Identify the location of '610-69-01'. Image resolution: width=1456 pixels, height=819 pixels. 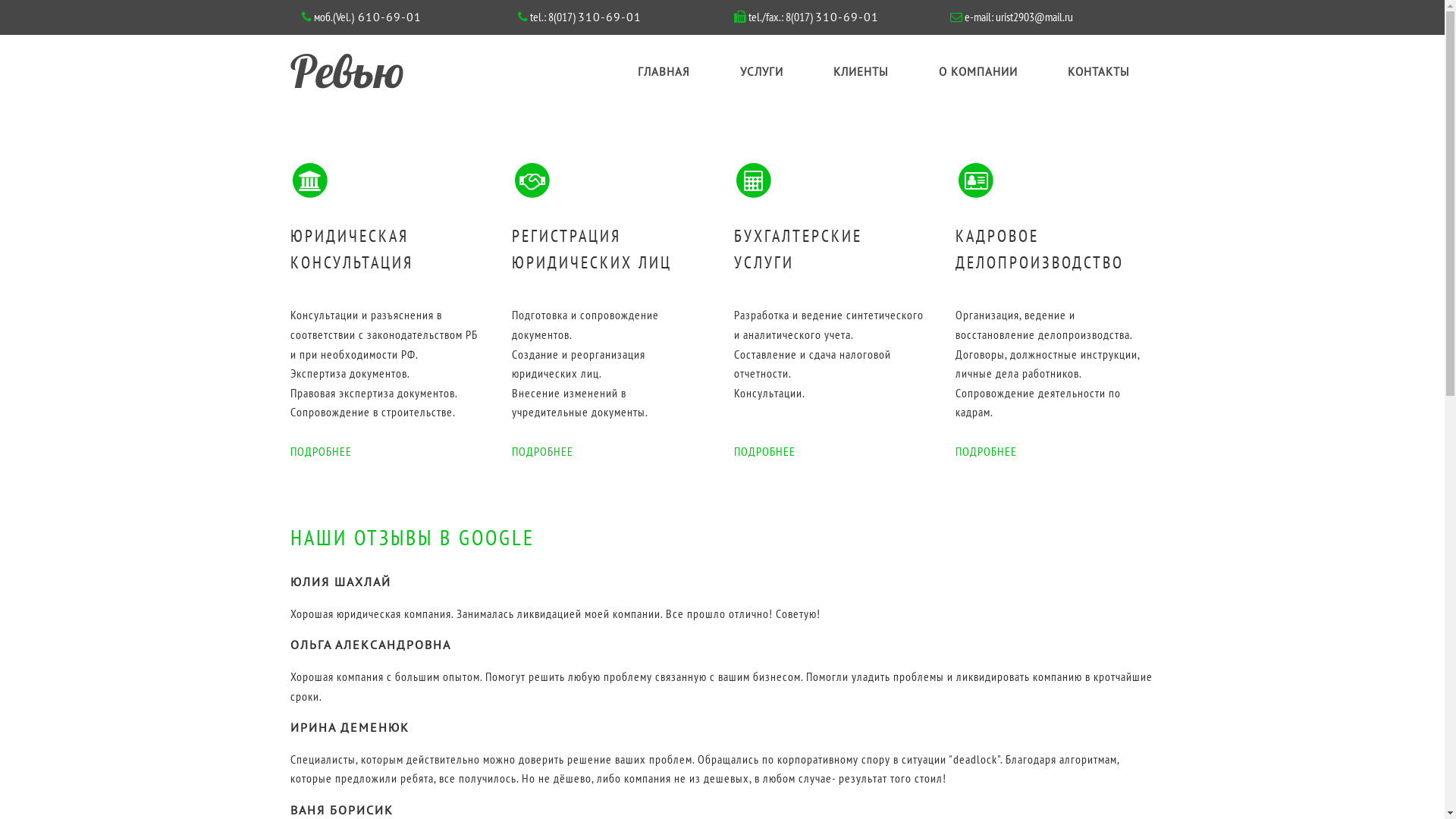
(387, 17).